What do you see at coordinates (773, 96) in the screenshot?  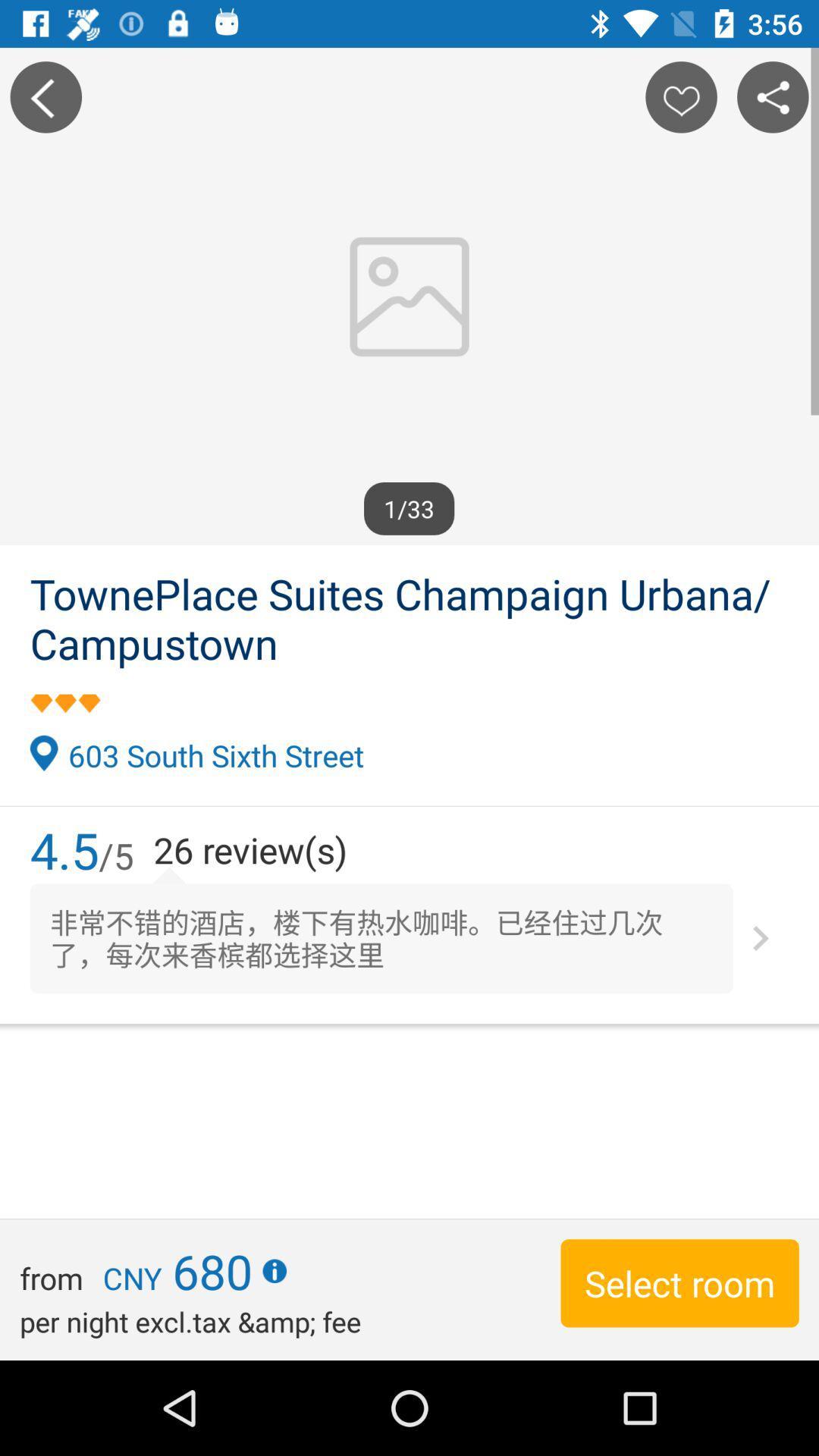 I see `share the article` at bounding box center [773, 96].